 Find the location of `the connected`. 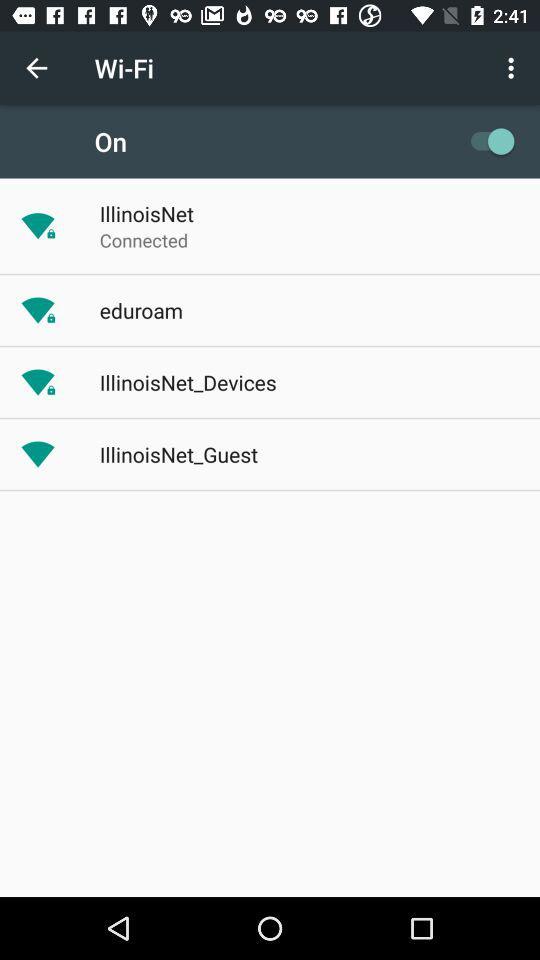

the connected is located at coordinates (143, 240).